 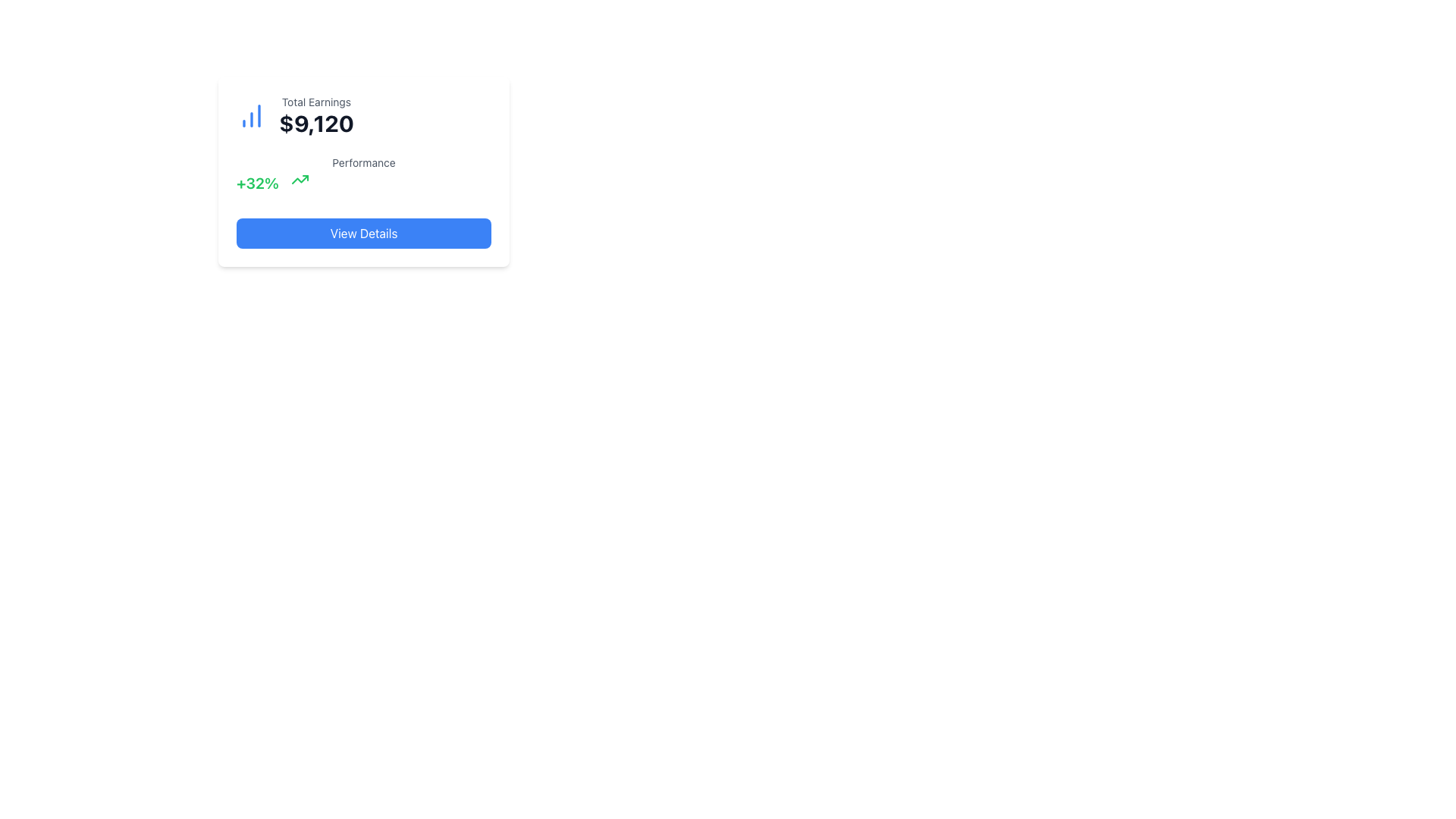 I want to click on the text display indicating the performance metric percentage increase, so click(x=258, y=183).